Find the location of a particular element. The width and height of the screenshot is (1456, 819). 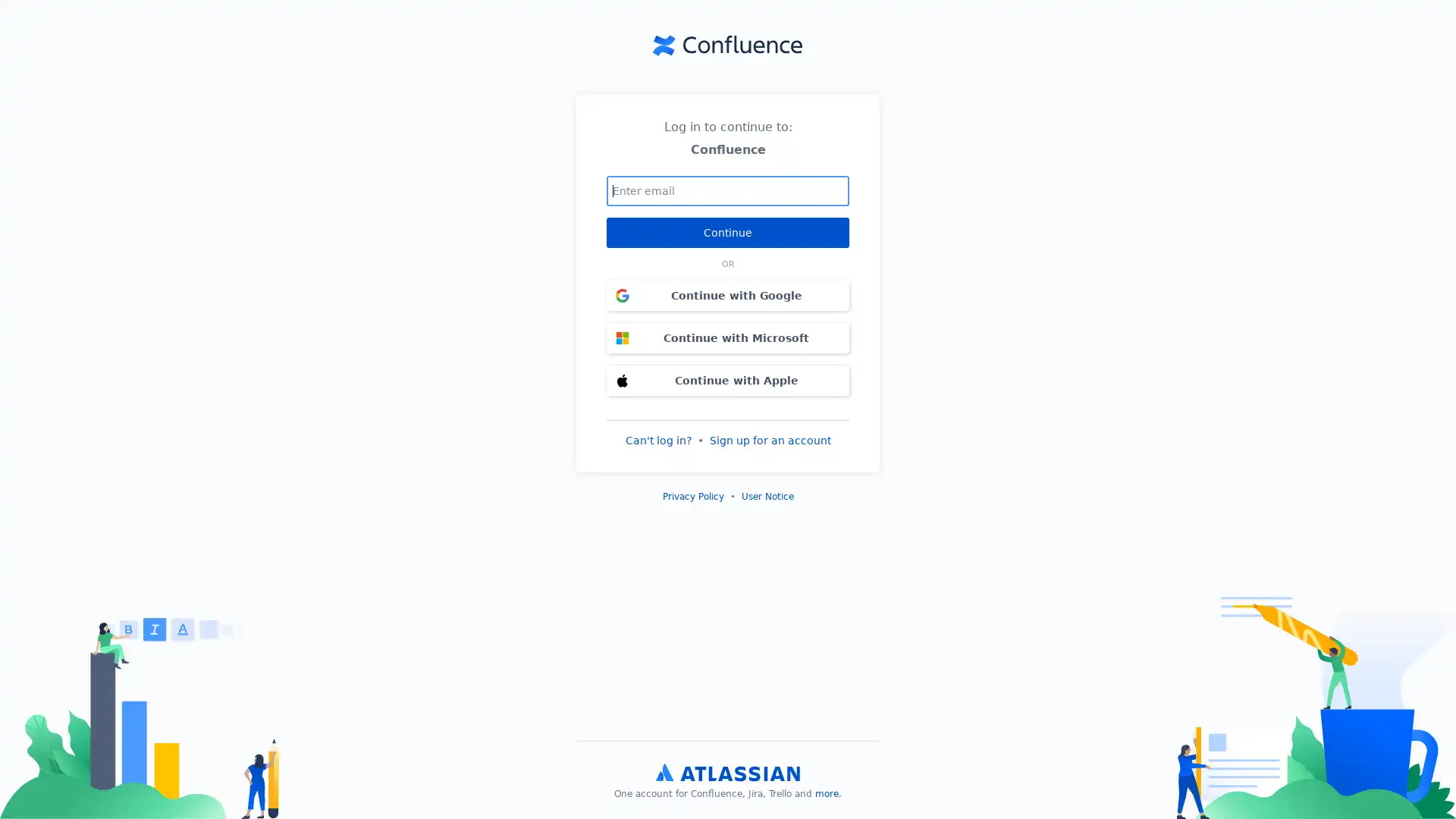

Continue is located at coordinates (728, 231).